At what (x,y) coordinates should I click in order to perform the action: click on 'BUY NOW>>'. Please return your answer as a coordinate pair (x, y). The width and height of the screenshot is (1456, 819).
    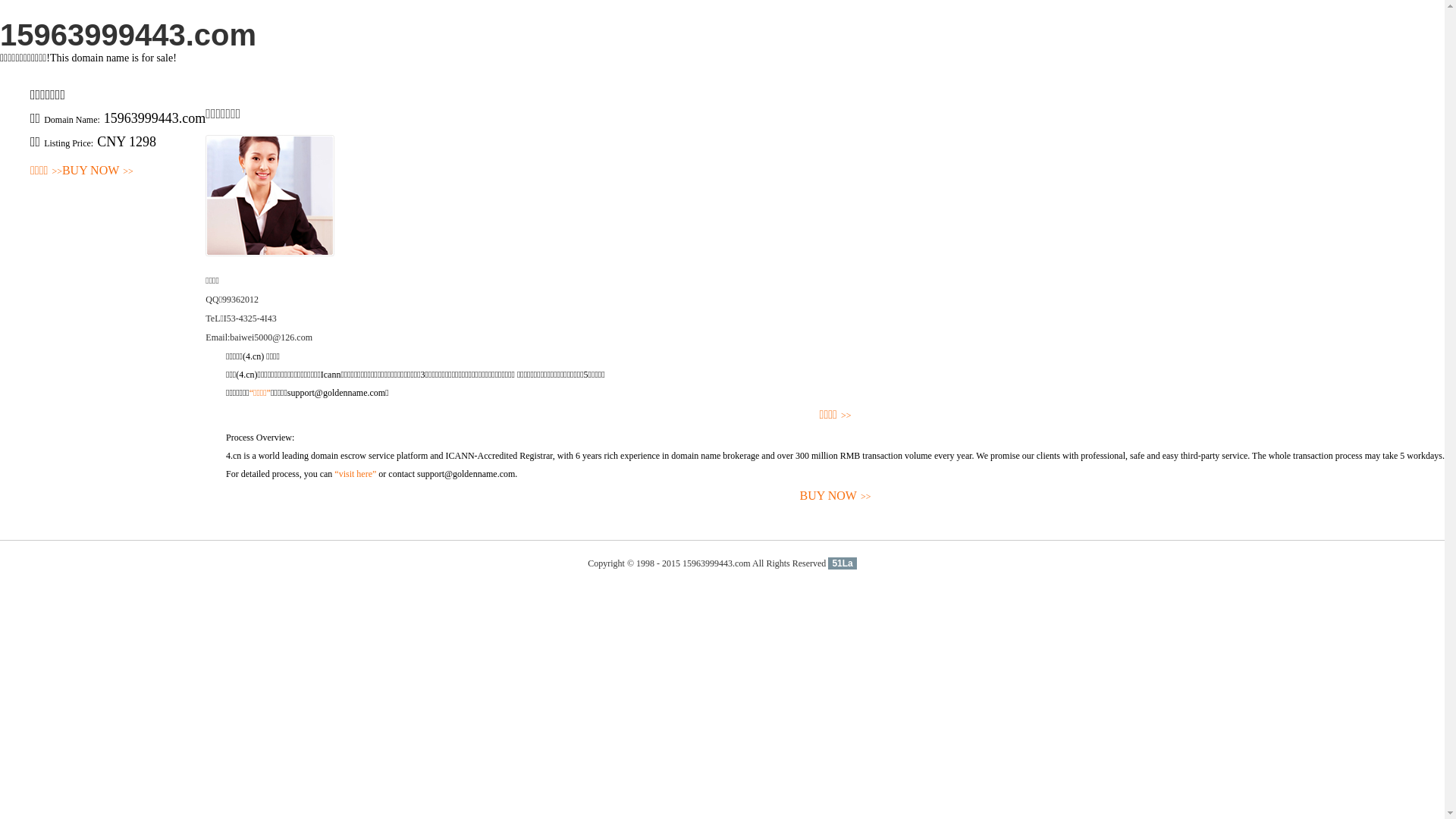
    Looking at the image, I should click on (834, 496).